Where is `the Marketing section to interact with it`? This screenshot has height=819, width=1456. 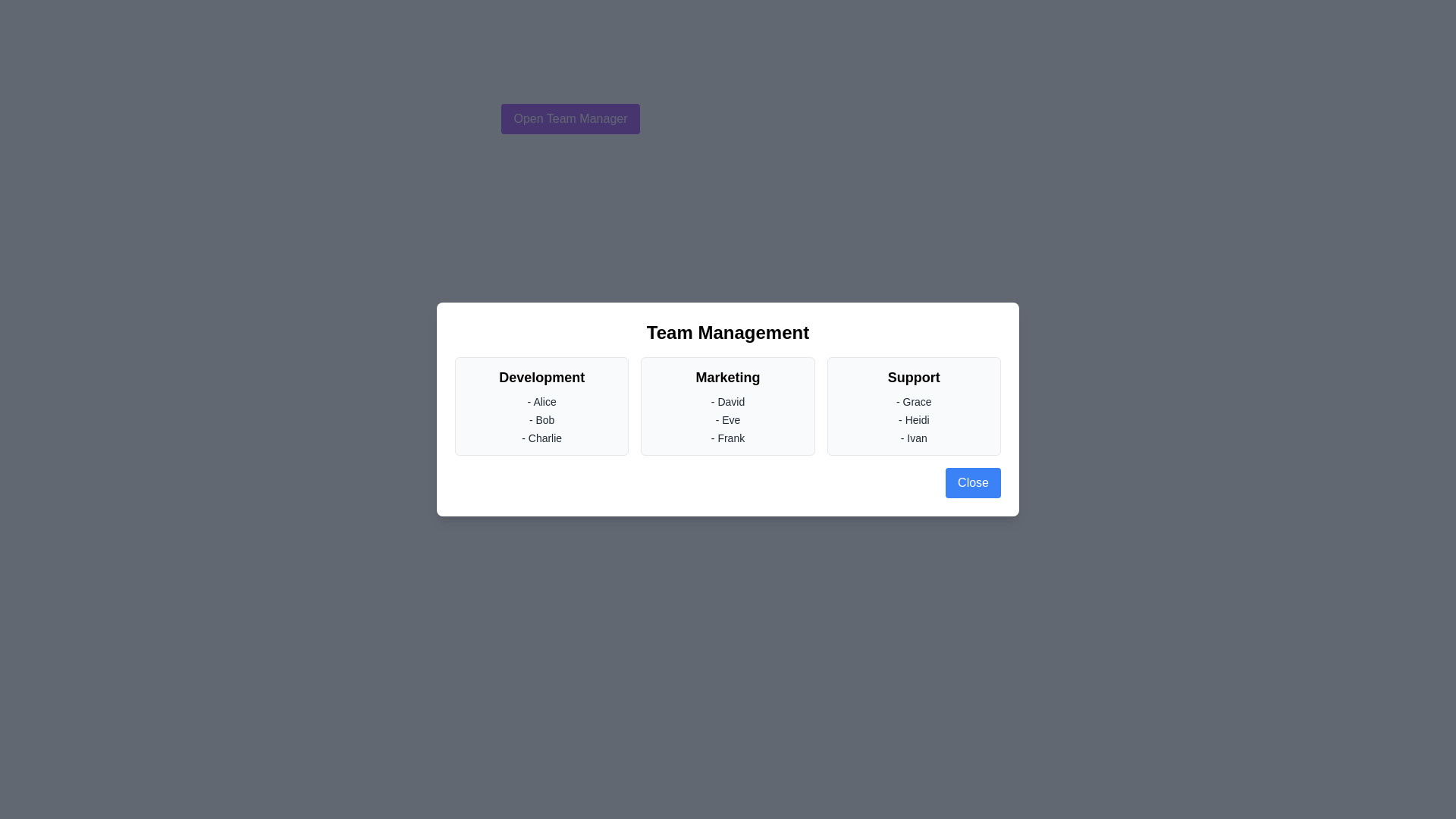
the Marketing section to interact with it is located at coordinates (728, 406).